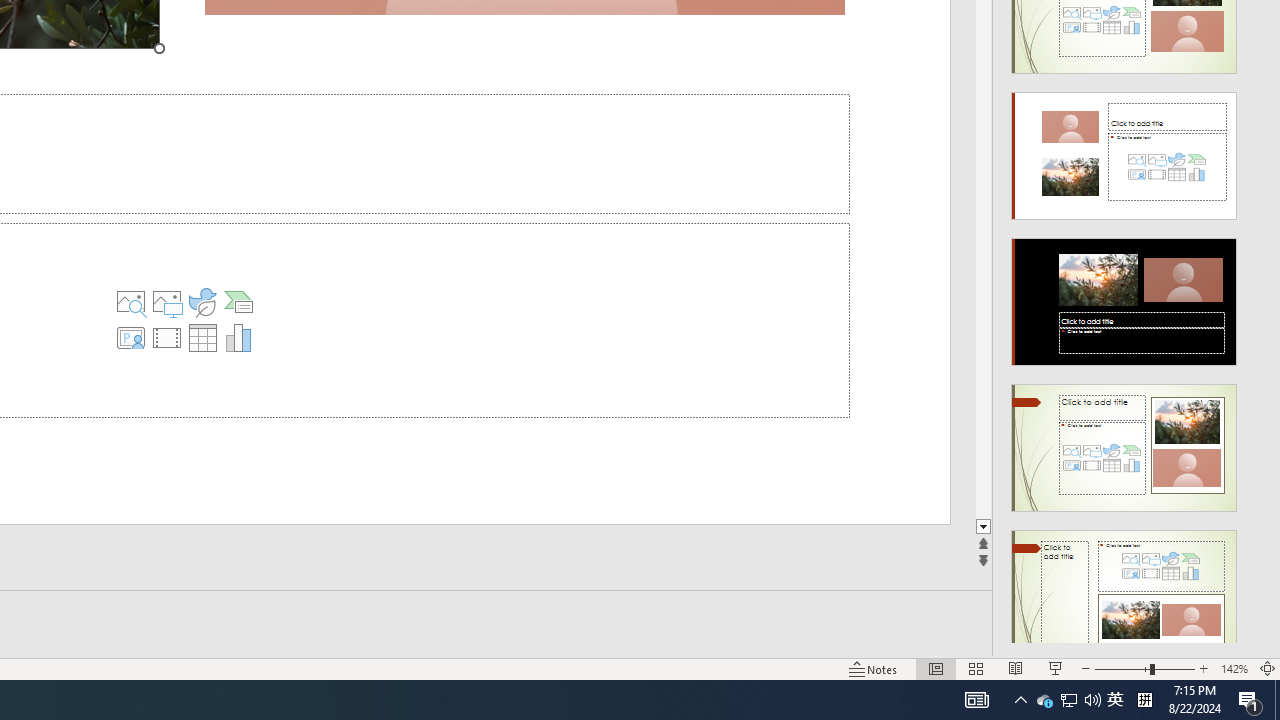 This screenshot has width=1280, height=720. I want to click on 'Action Center, 1 new notification', so click(1250, 698).